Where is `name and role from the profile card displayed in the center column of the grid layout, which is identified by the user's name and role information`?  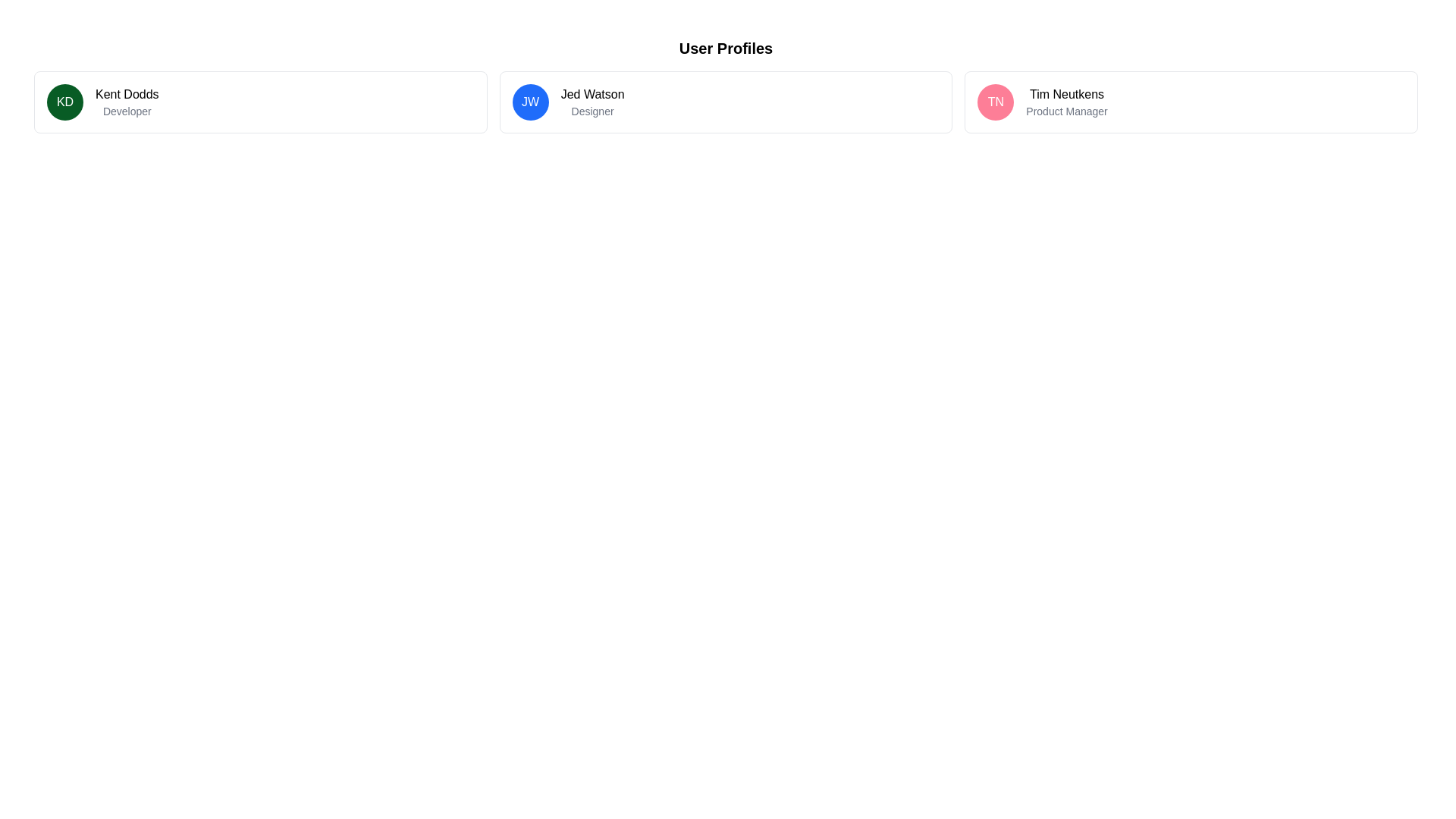 name and role from the profile card displayed in the center column of the grid layout, which is identified by the user's name and role information is located at coordinates (725, 102).